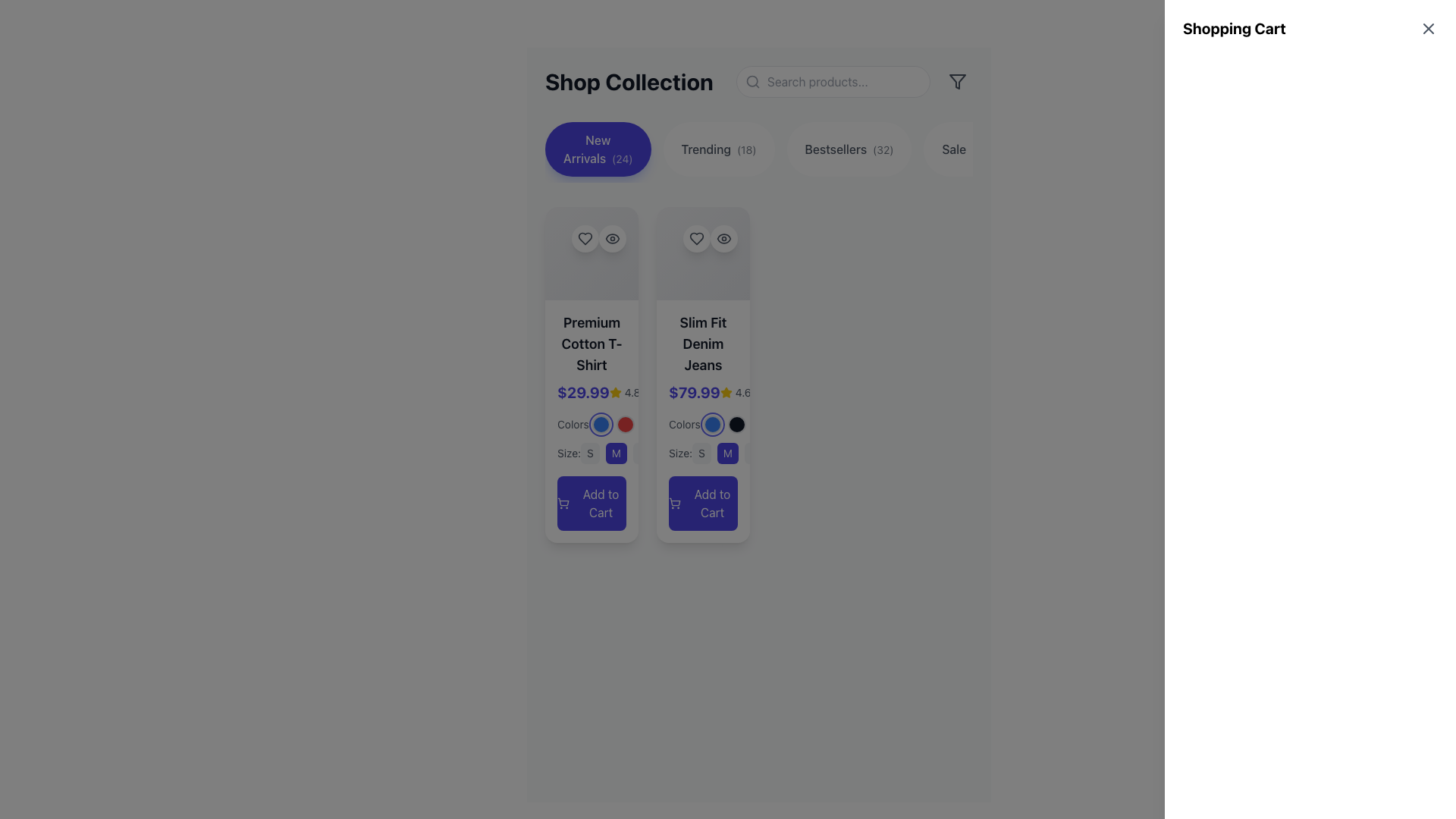 The width and height of the screenshot is (1456, 819). What do you see at coordinates (585, 239) in the screenshot?
I see `the circular button with a filled white background and a heart-shaped icon to like or favorite the Premium Cotton T-Shirt item` at bounding box center [585, 239].